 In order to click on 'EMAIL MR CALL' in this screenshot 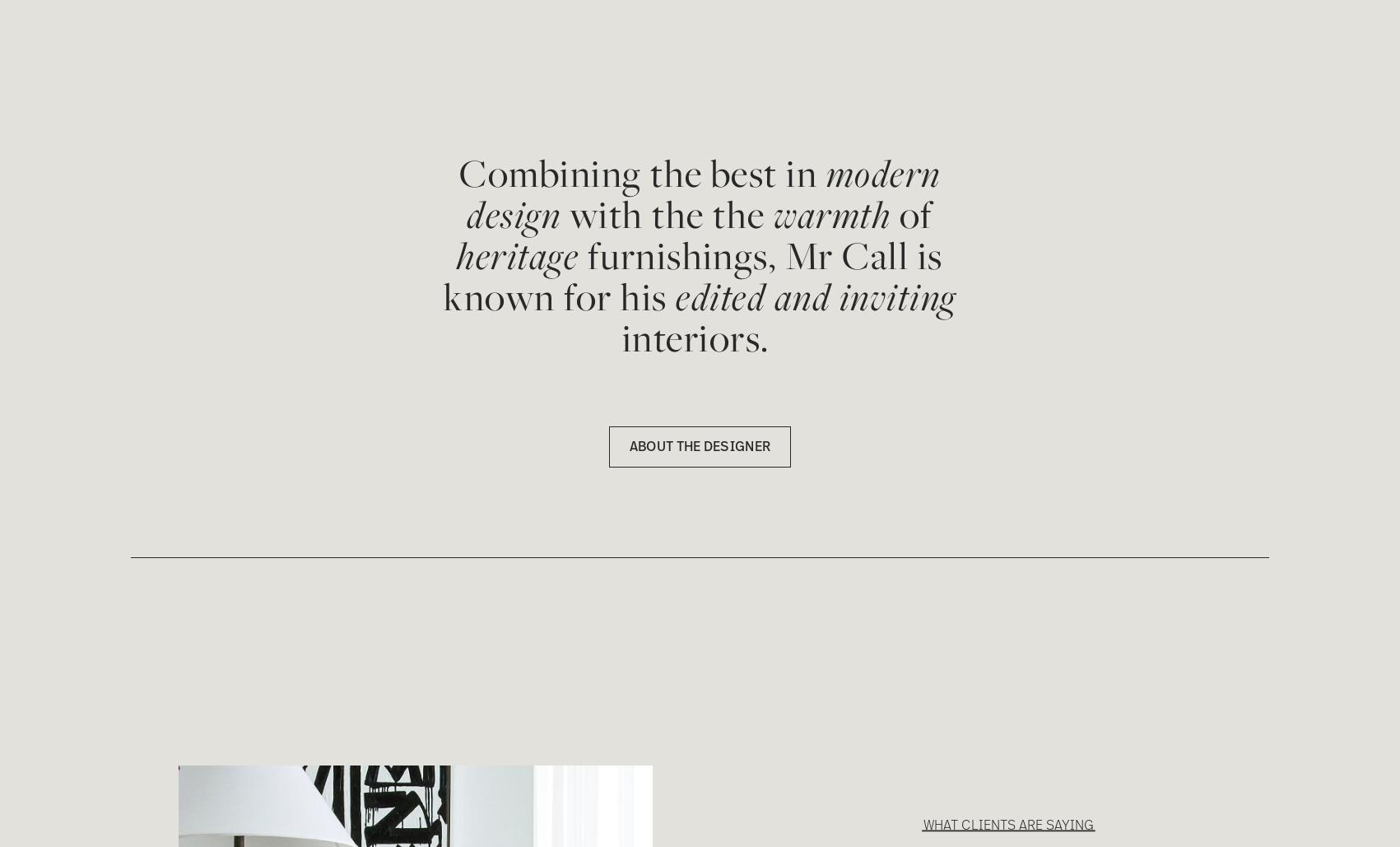, I will do `click(169, 46)`.